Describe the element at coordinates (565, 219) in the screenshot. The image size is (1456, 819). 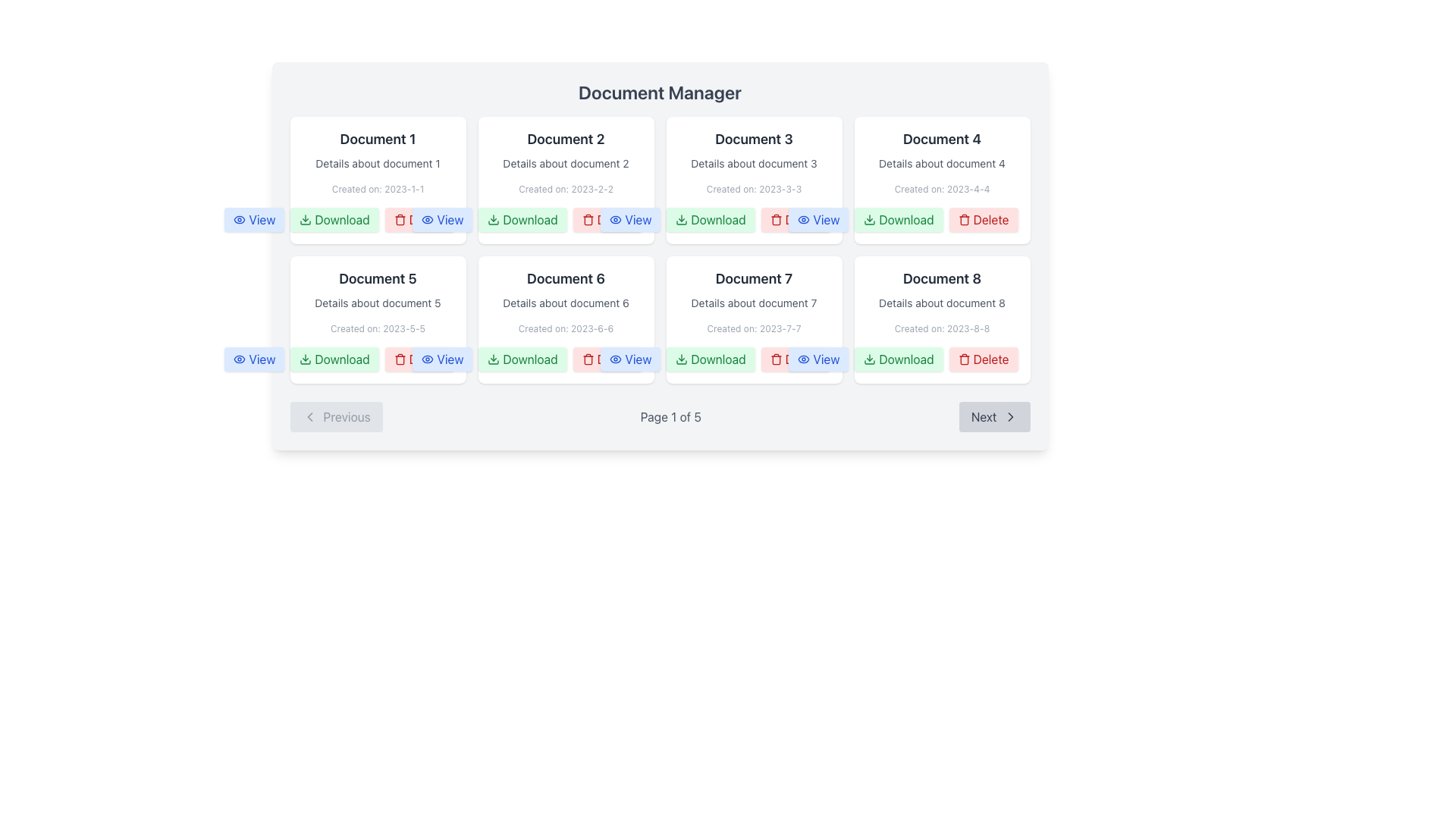
I see `the 'Download' button in the horizontal bar of action buttons located at the bottom of the 'Document 2' card` at that location.